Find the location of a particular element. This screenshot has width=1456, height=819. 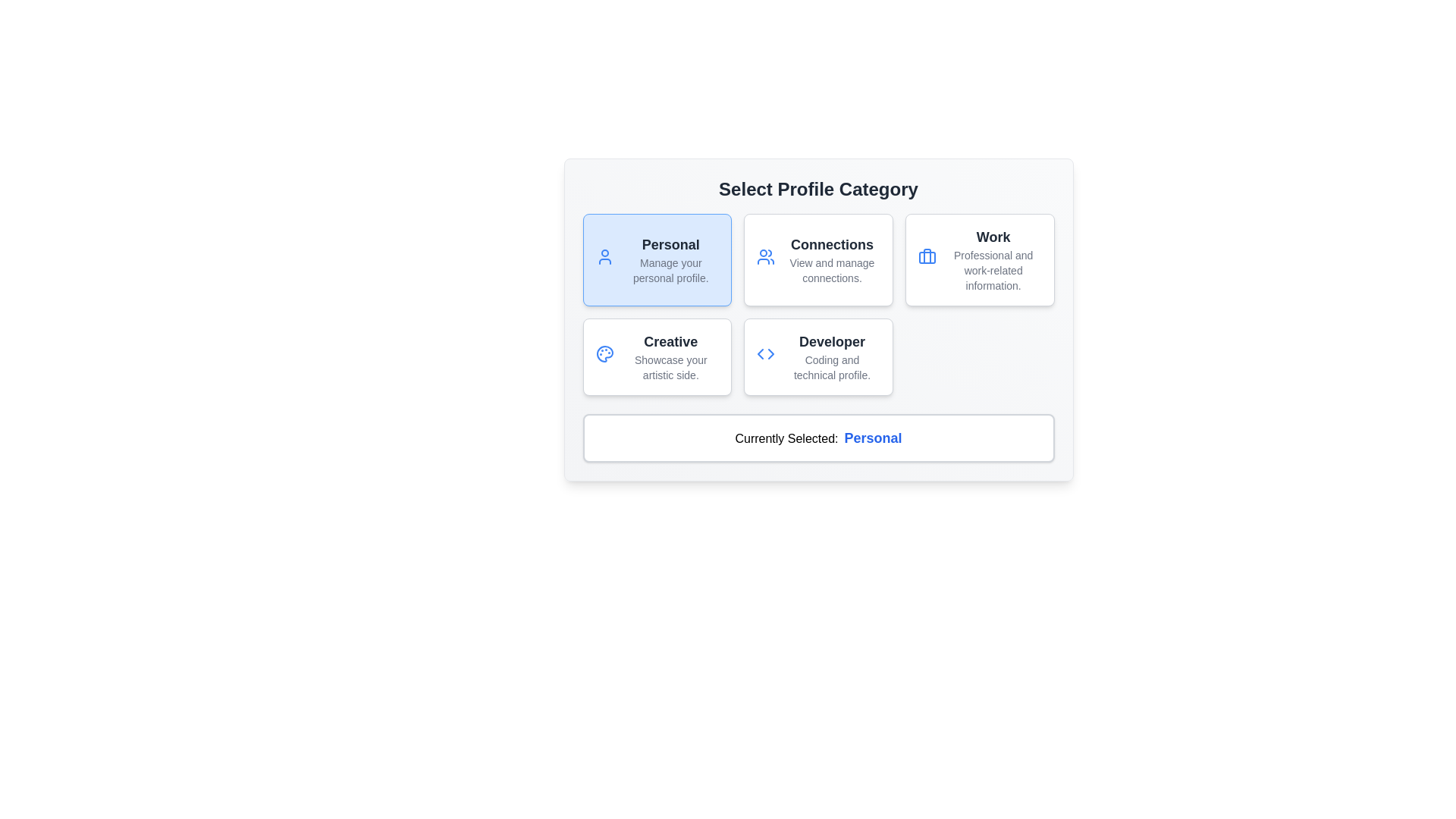

the navigation icon located in the 'Developer' profile option, positioned on the right side of the row containing options like 'Personal', 'Connections', and 'Work' is located at coordinates (771, 353).